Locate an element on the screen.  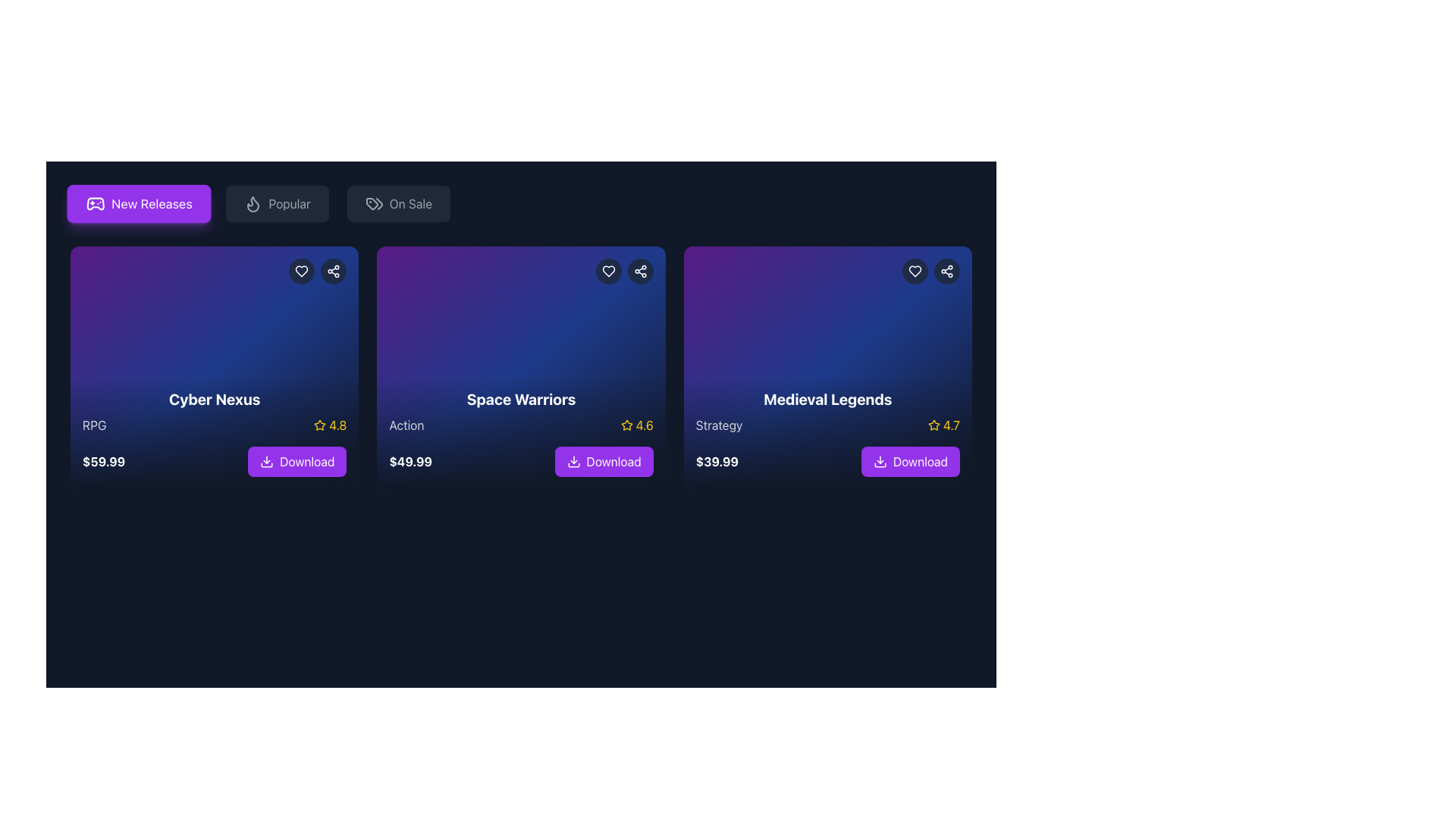
the text label displaying the price of the game 'Space Warriors' which is located above the purple 'Download' button in the card layout is located at coordinates (410, 461).